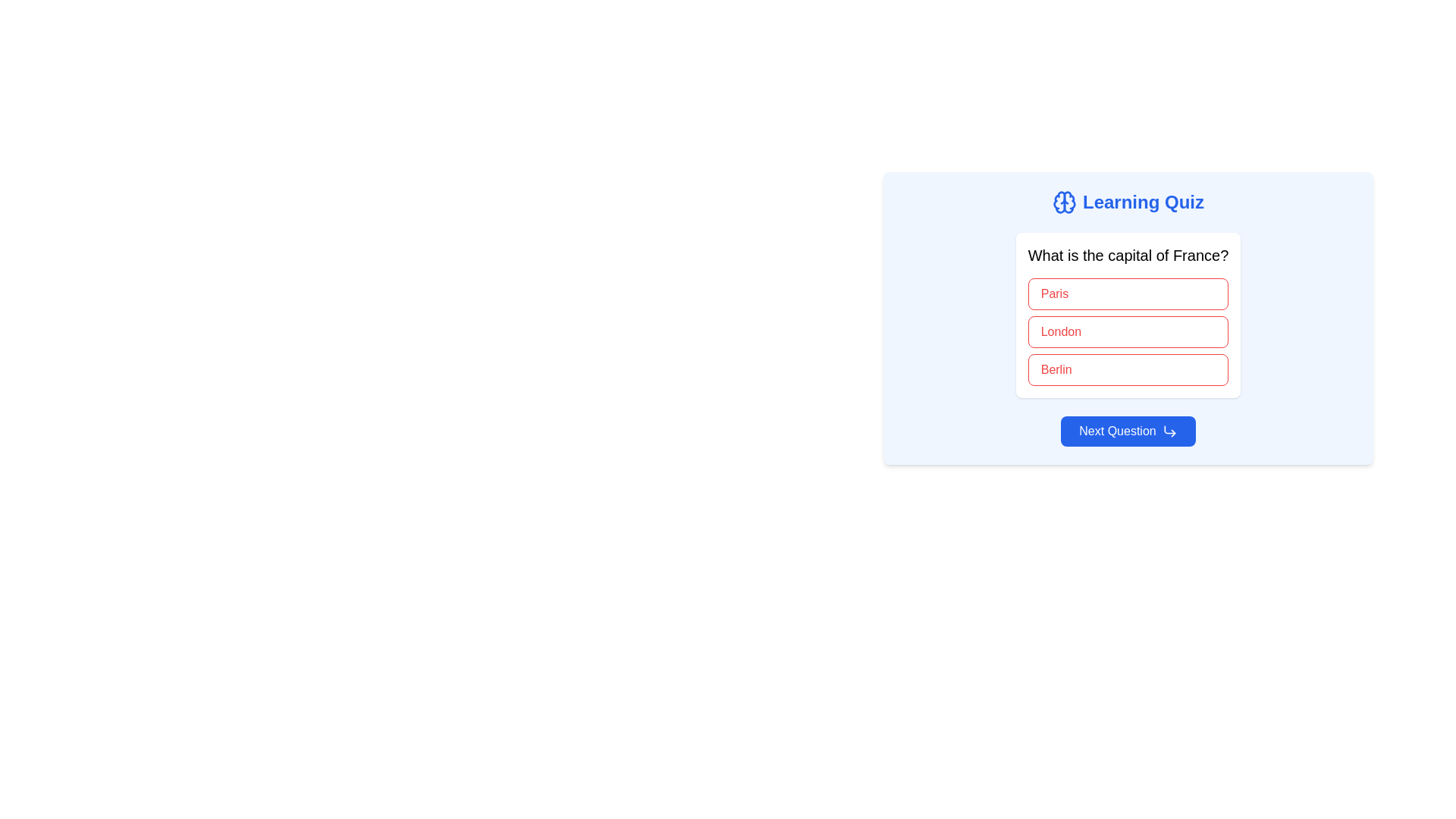  Describe the element at coordinates (1117, 431) in the screenshot. I see `text 'Next Question' from the bold, white text label on the rounded blue button located at the bottom of the quiz interface` at that location.